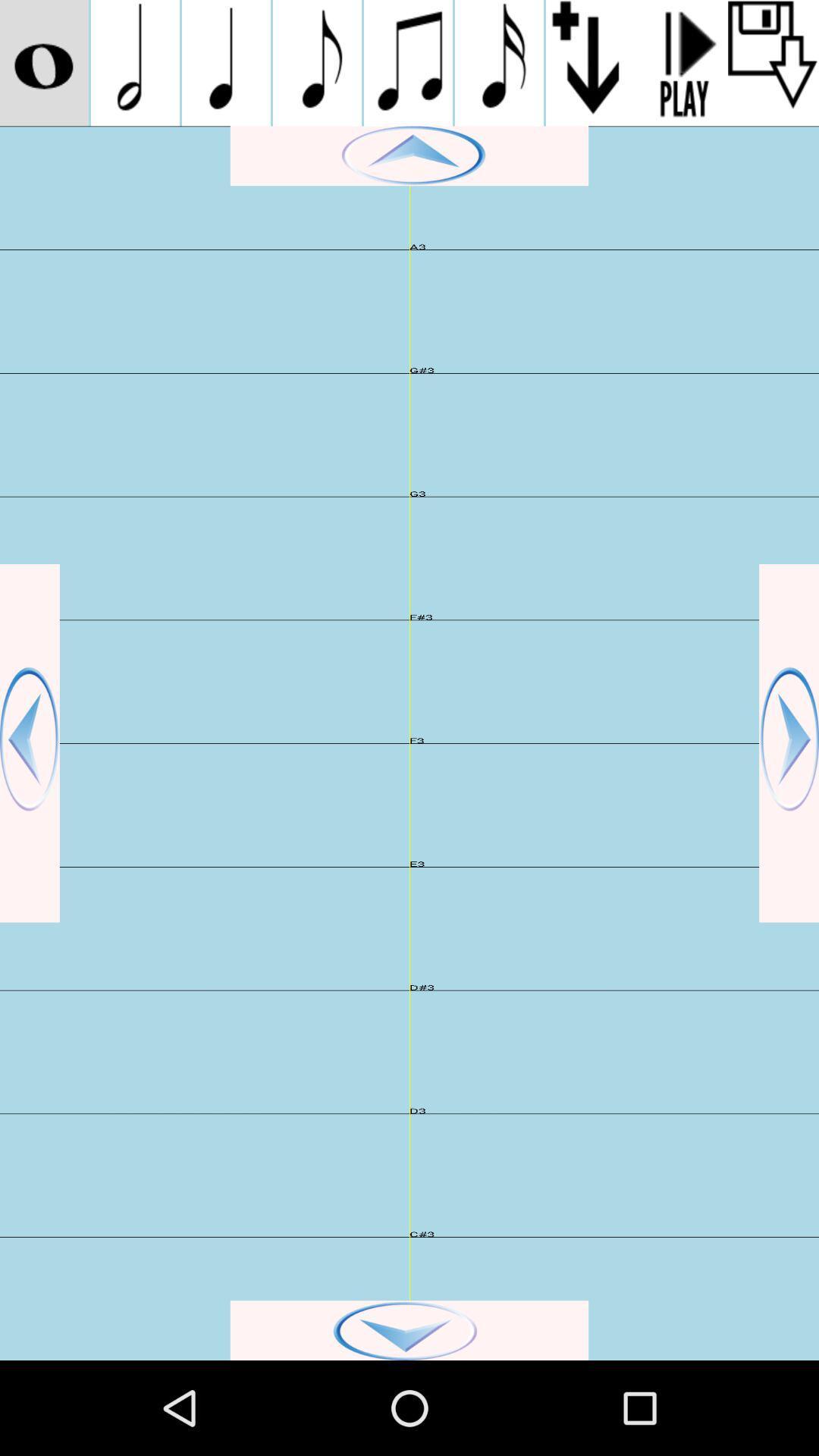 The image size is (819, 1456). I want to click on download, so click(773, 62).